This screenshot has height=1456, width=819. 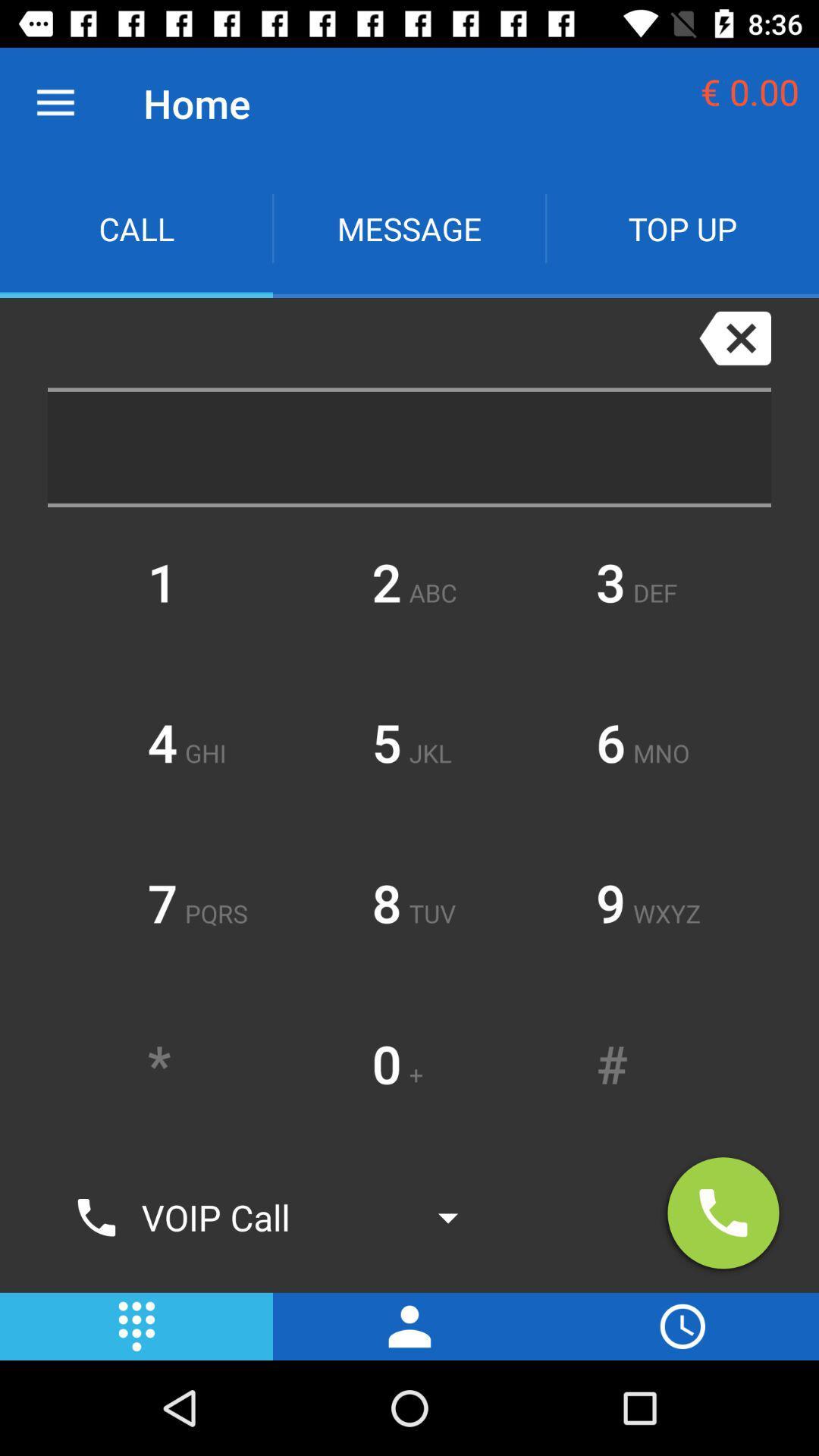 I want to click on the icon to the right of call, so click(x=409, y=227).